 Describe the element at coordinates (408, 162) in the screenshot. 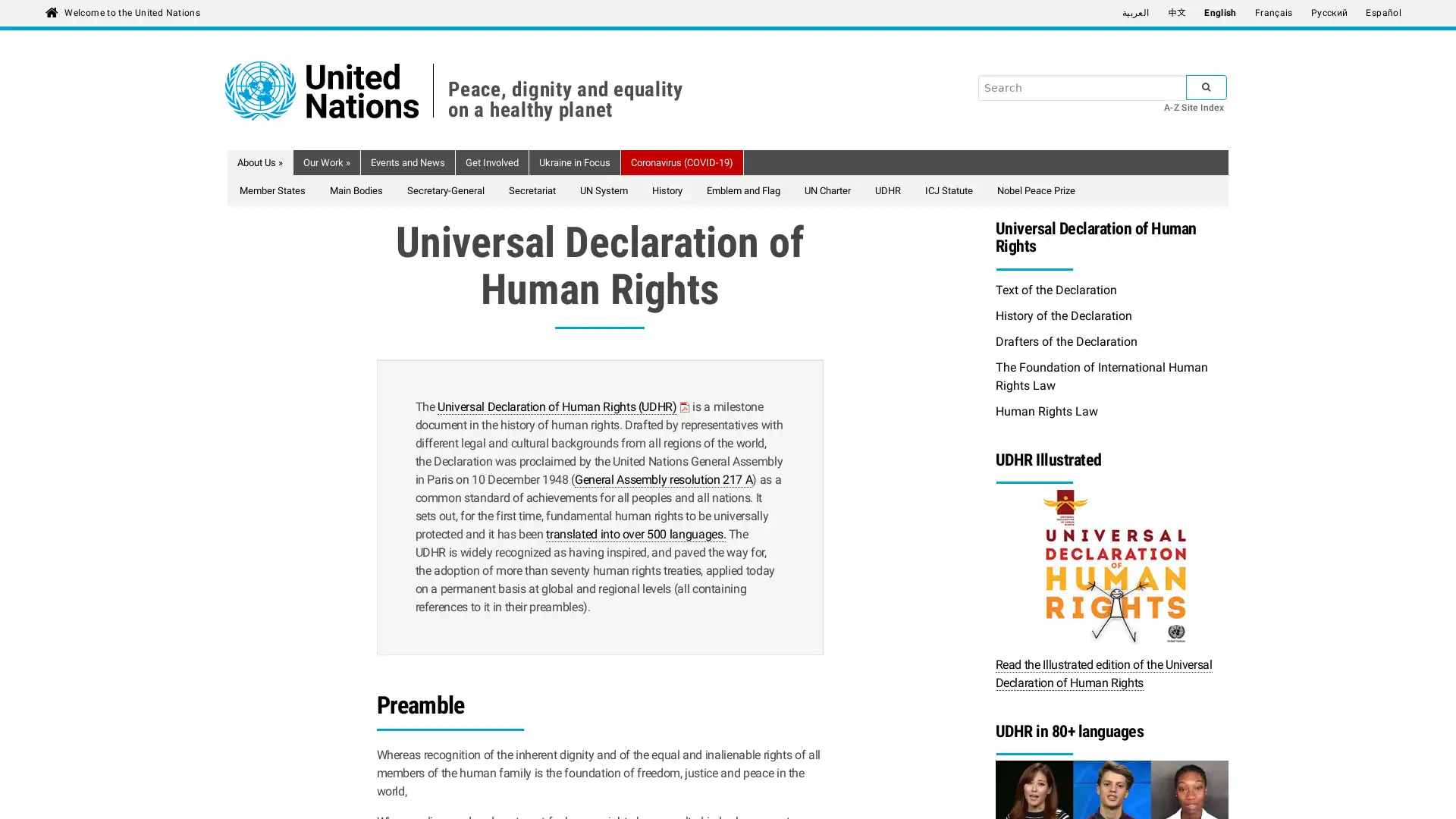

I see `Events and News` at that location.